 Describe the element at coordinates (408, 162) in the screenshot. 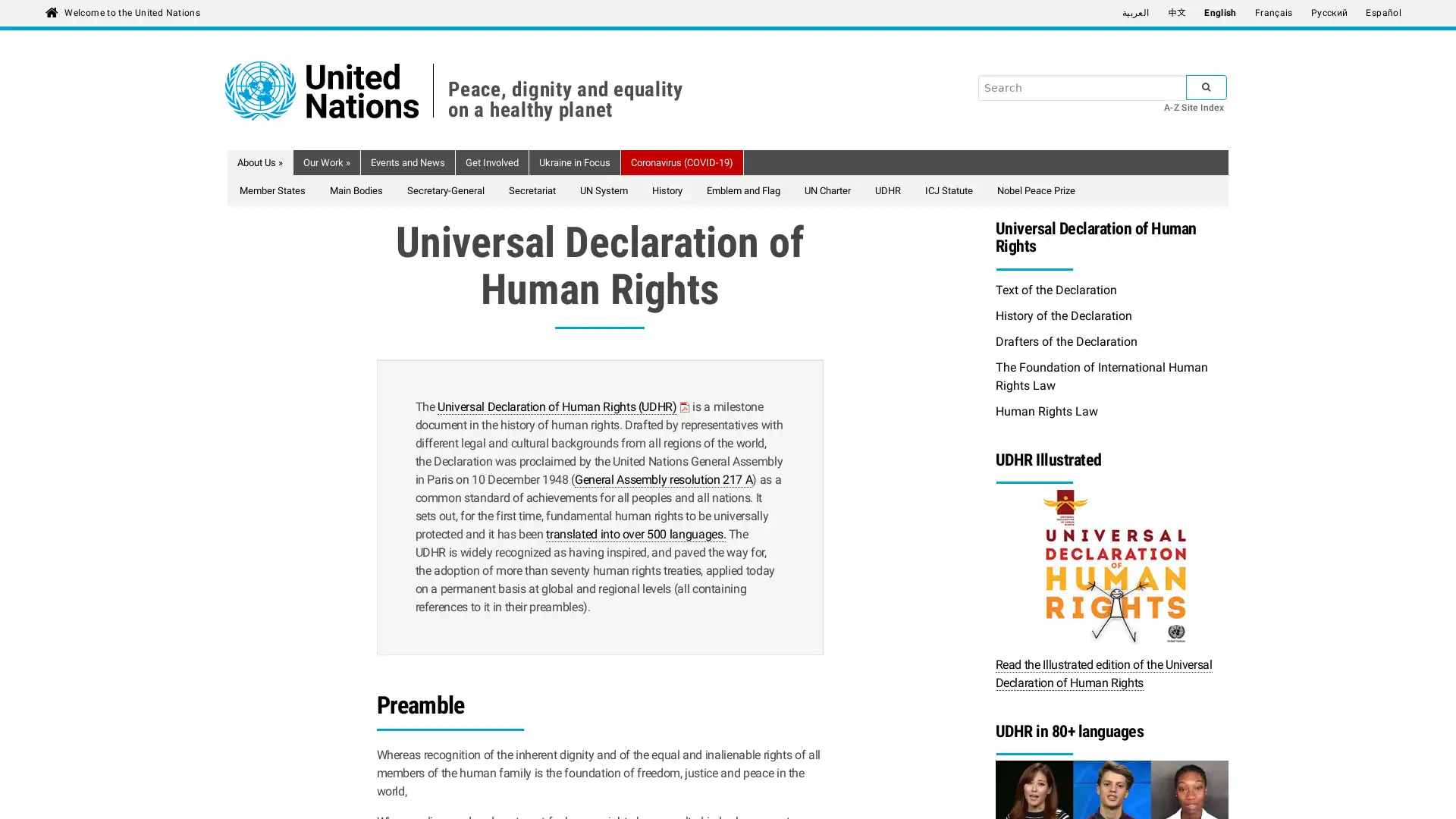

I see `Events and News` at that location.